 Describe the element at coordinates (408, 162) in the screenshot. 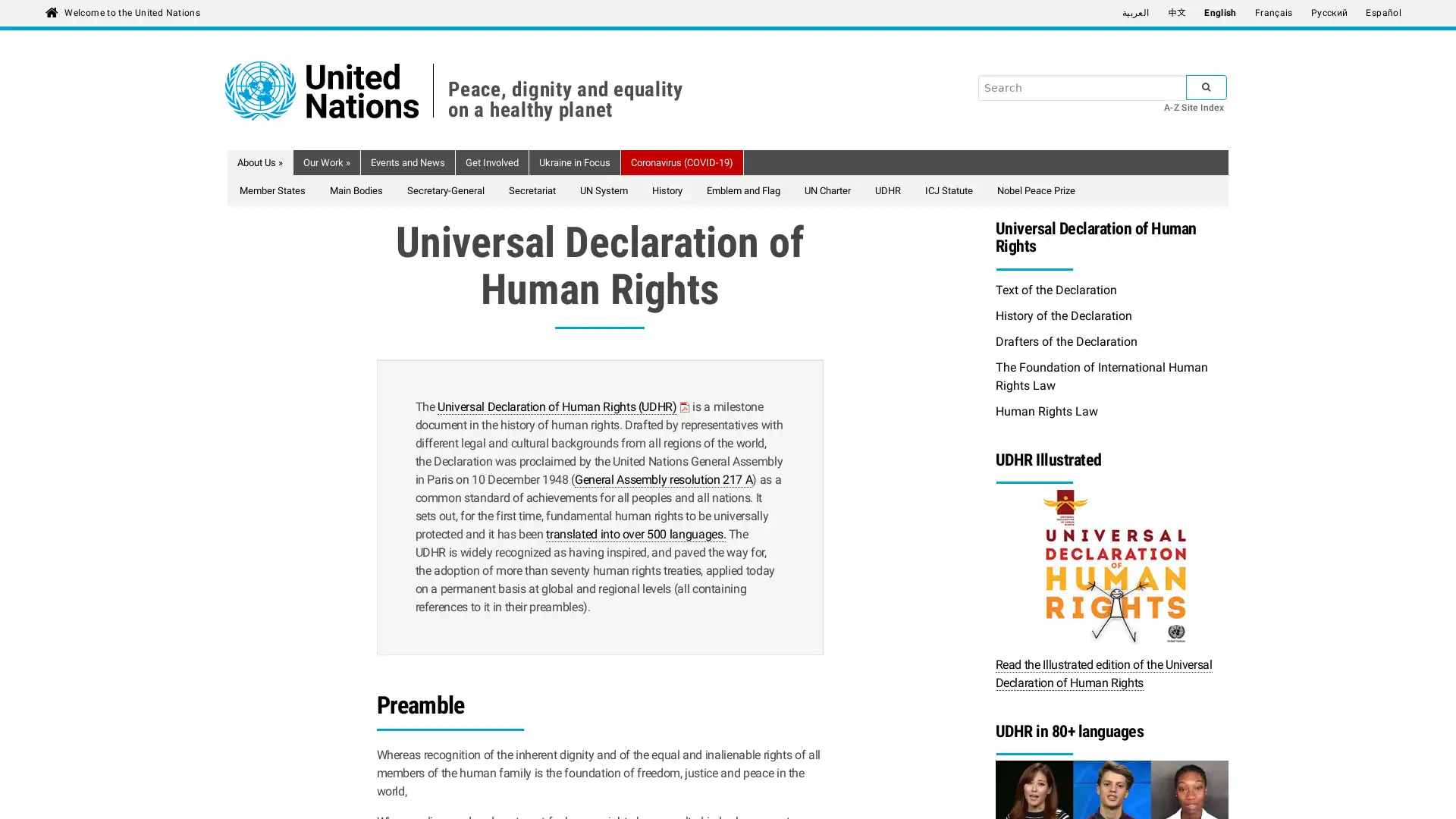

I see `Events and News` at that location.